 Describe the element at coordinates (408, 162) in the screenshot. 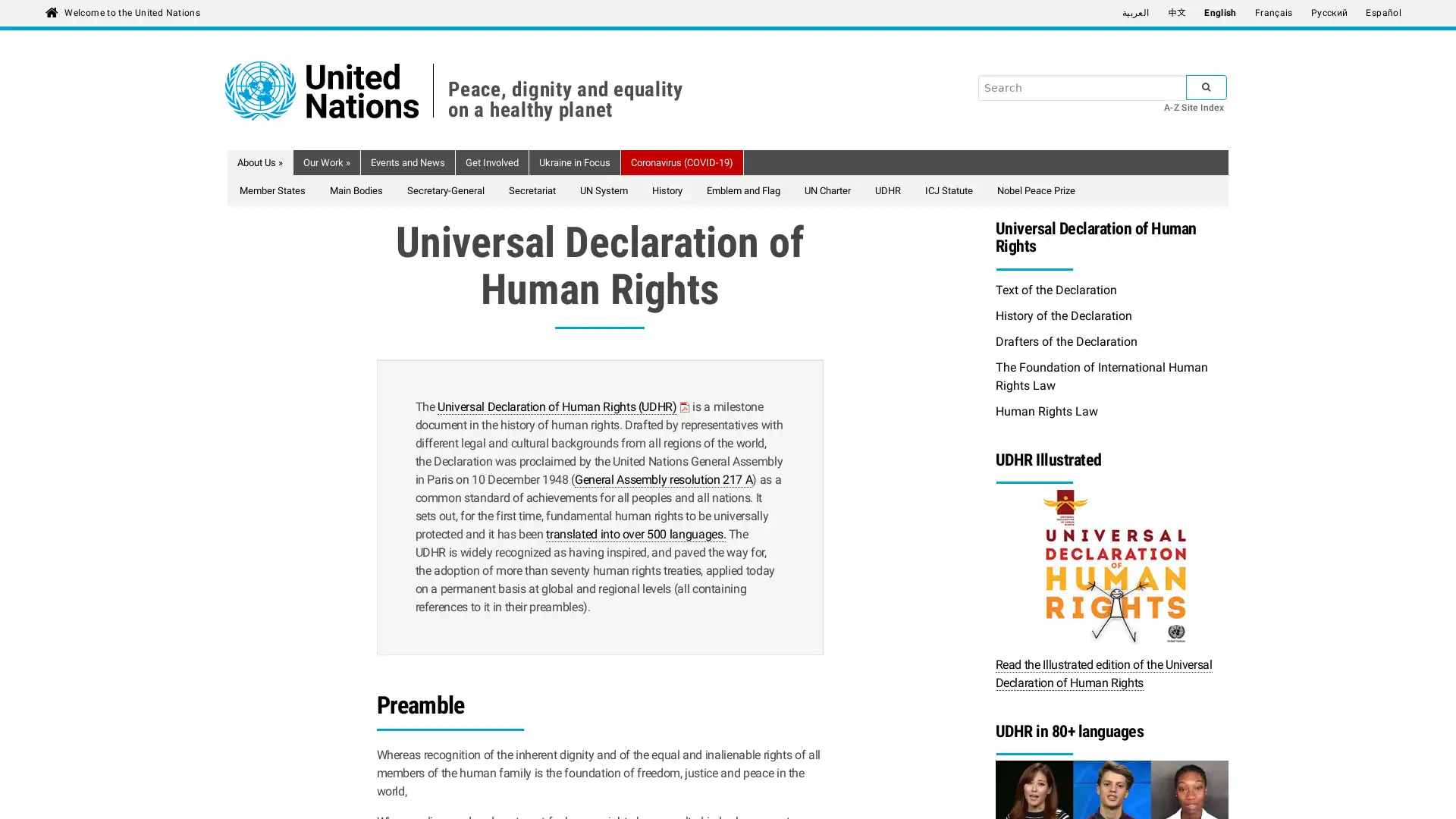

I see `Events and News` at that location.